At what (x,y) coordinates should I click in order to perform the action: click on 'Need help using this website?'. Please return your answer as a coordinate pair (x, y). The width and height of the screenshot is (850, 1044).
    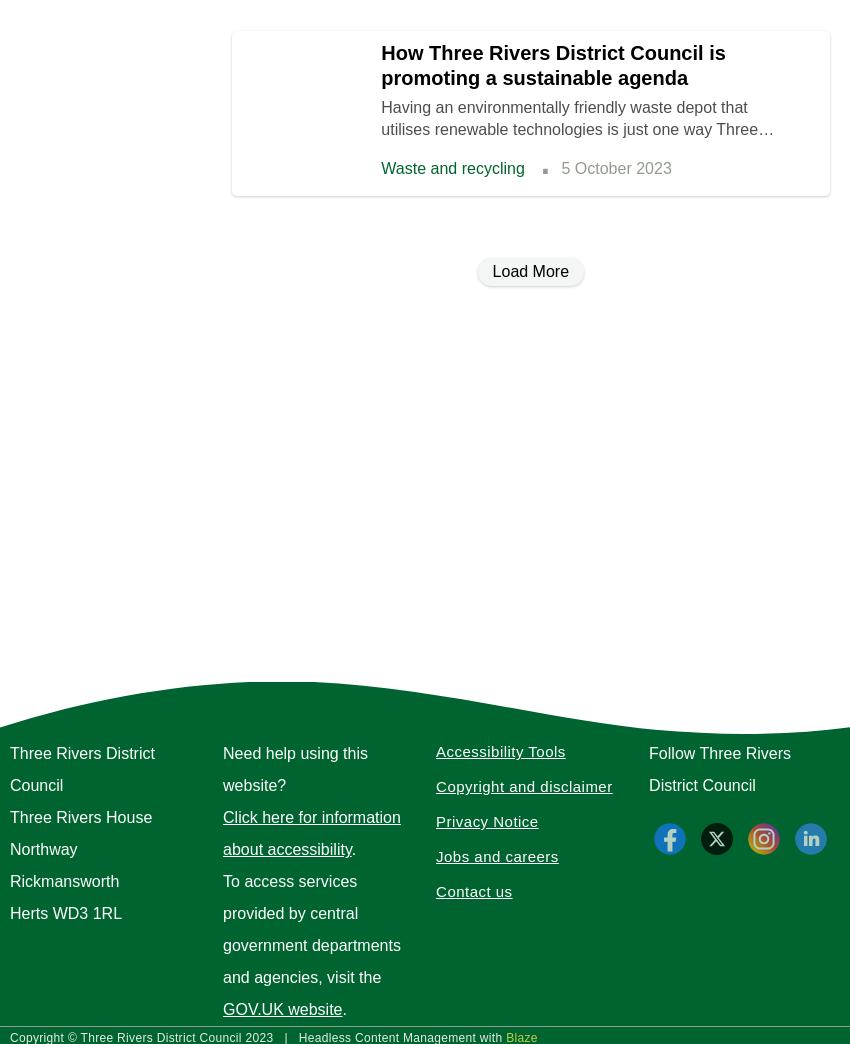
    Looking at the image, I should click on (223, 769).